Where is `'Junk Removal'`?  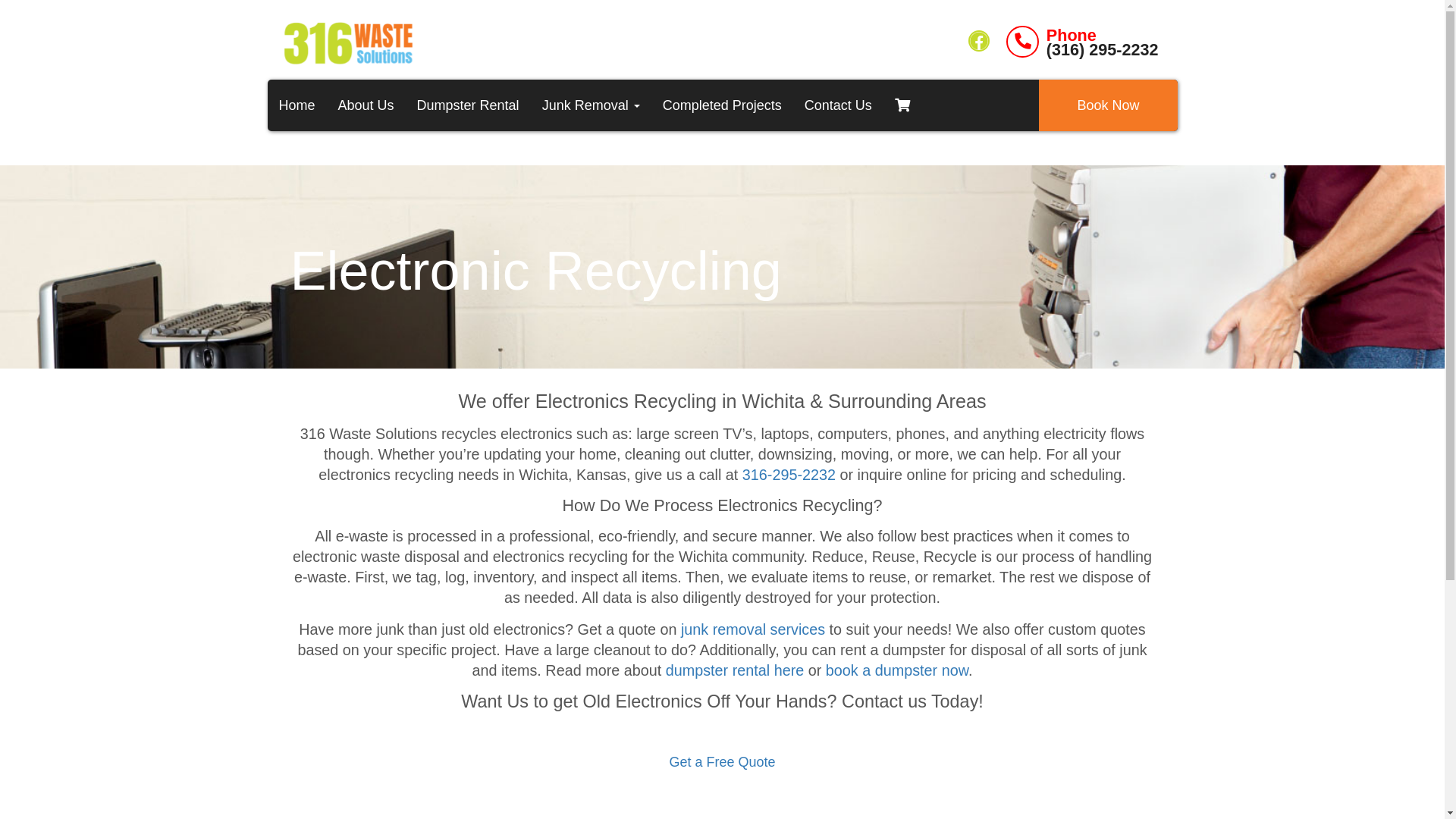
'Junk Removal' is located at coordinates (531, 104).